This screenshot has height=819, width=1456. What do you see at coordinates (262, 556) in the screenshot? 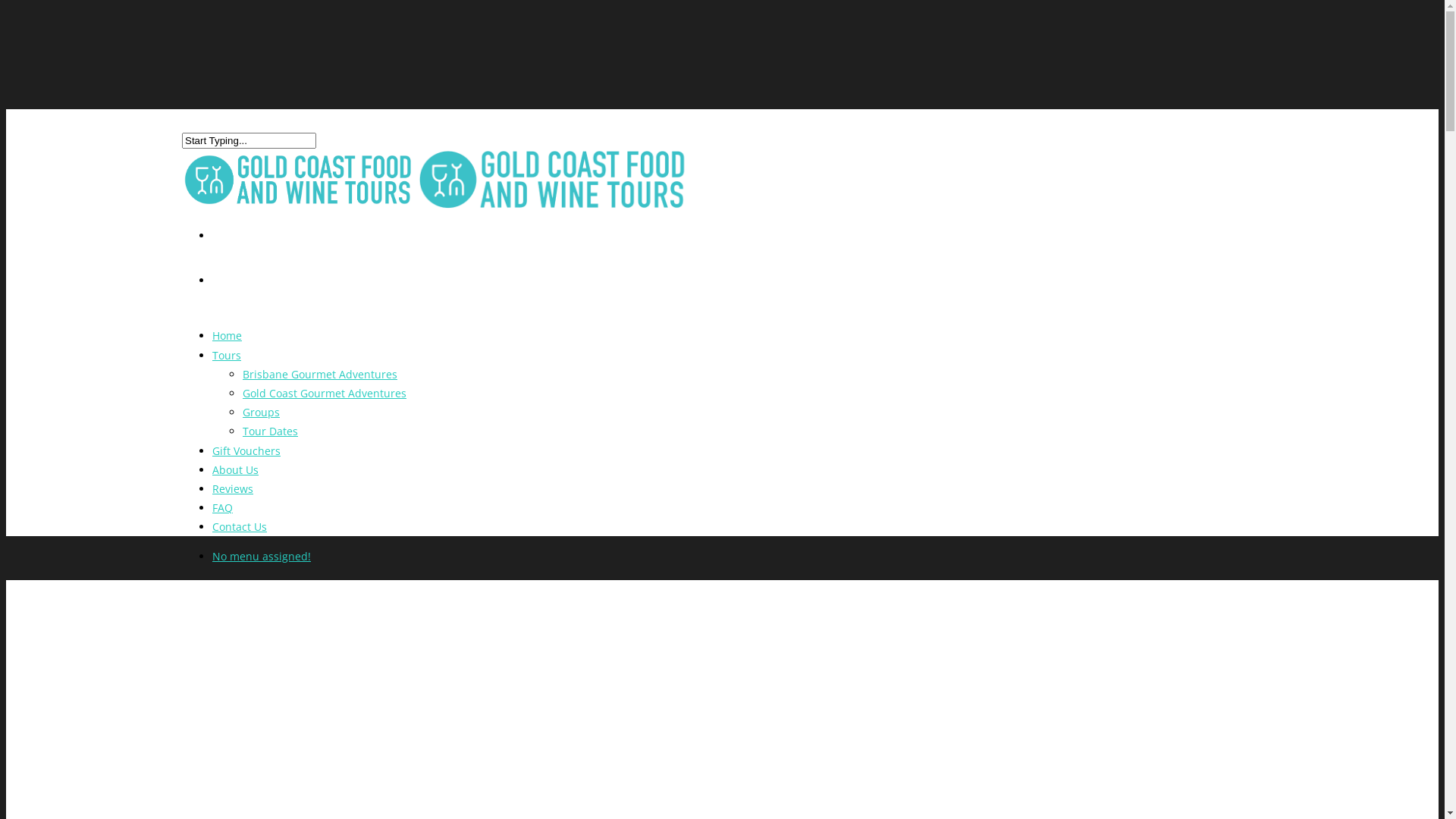
I see `'No menu assigned!'` at bounding box center [262, 556].